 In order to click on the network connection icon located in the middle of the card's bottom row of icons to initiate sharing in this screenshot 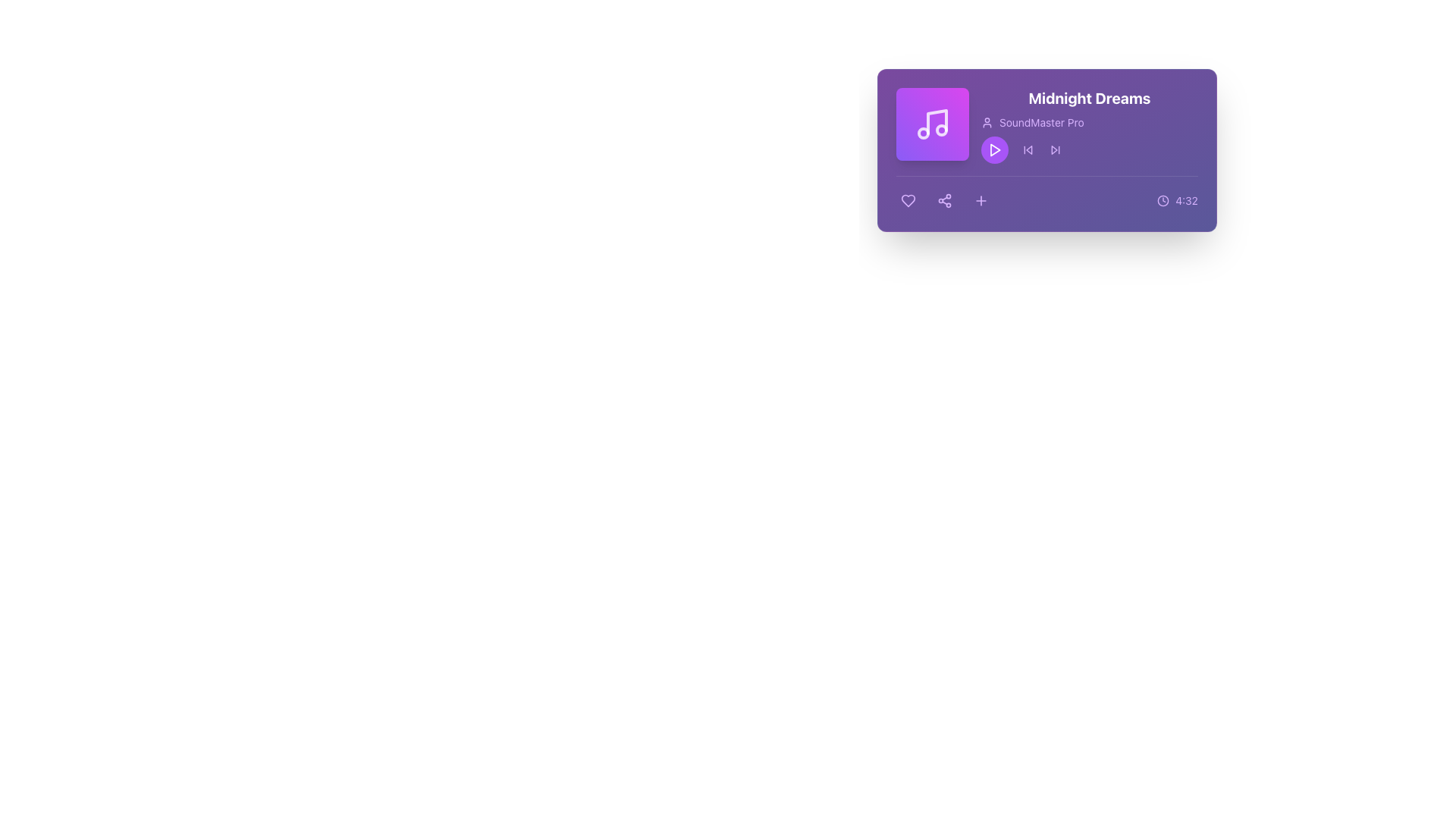, I will do `click(944, 200)`.